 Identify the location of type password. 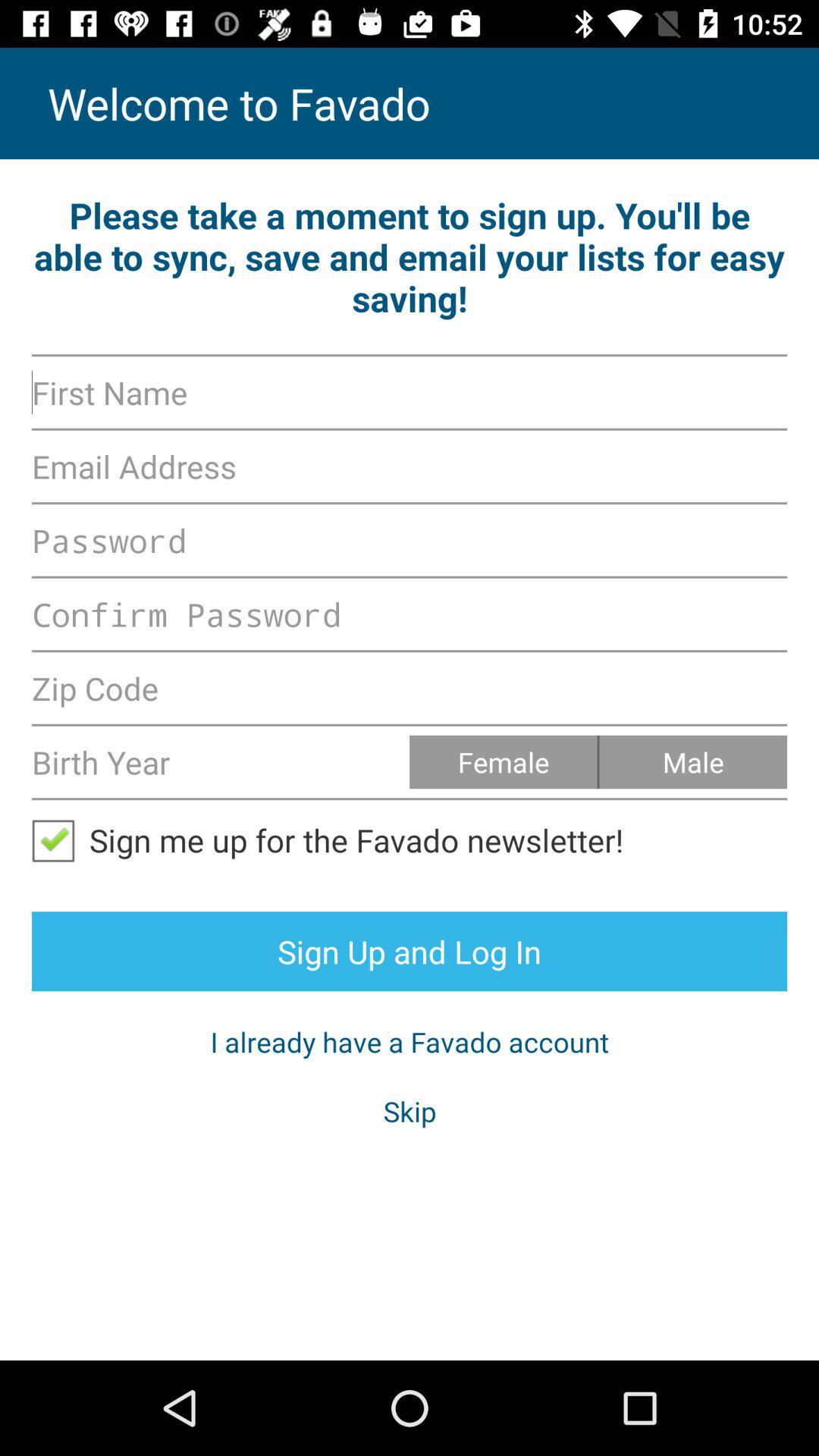
(409, 614).